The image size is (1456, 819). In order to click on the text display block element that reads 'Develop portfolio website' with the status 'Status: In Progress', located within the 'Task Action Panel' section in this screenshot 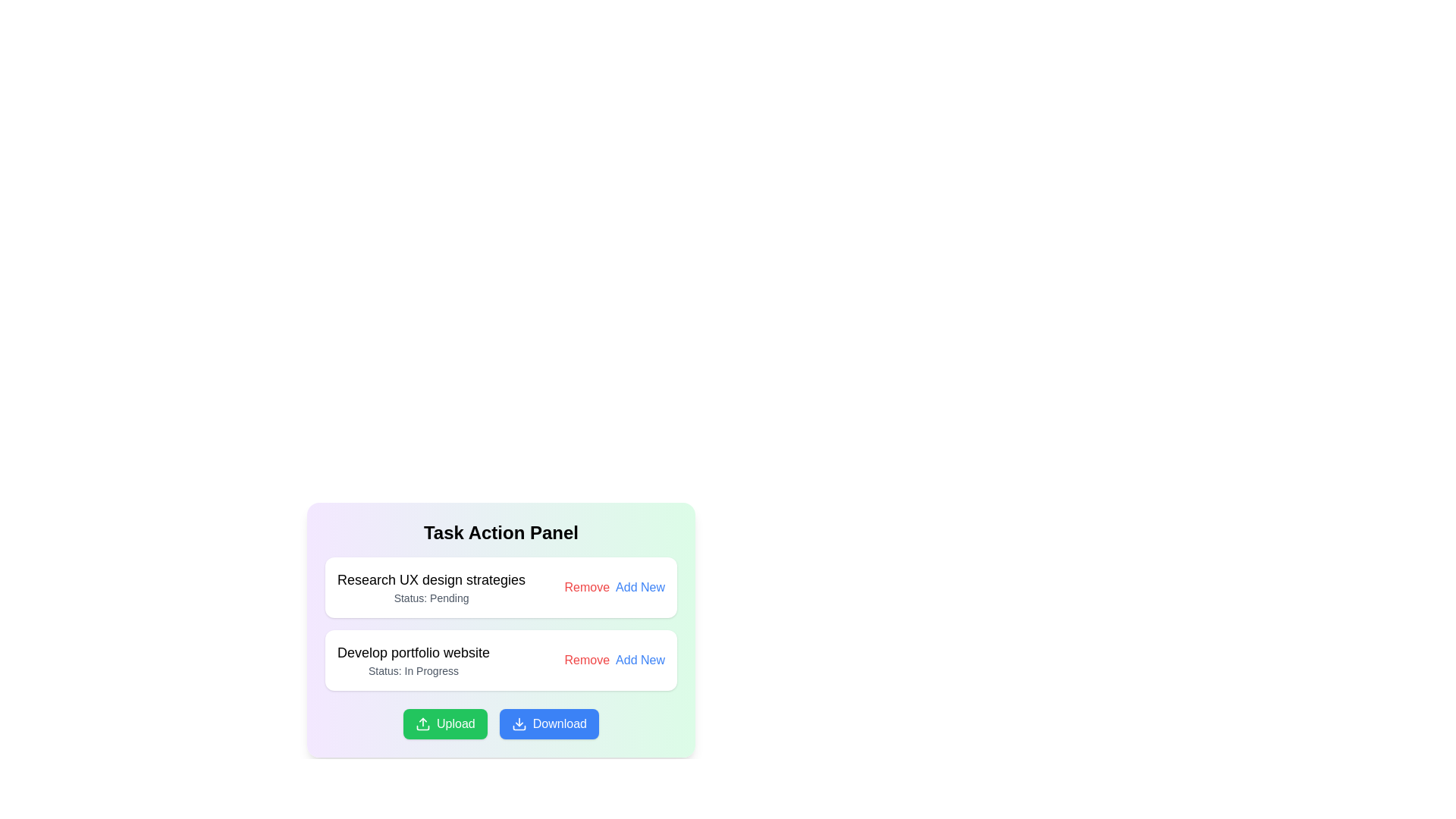, I will do `click(413, 660)`.